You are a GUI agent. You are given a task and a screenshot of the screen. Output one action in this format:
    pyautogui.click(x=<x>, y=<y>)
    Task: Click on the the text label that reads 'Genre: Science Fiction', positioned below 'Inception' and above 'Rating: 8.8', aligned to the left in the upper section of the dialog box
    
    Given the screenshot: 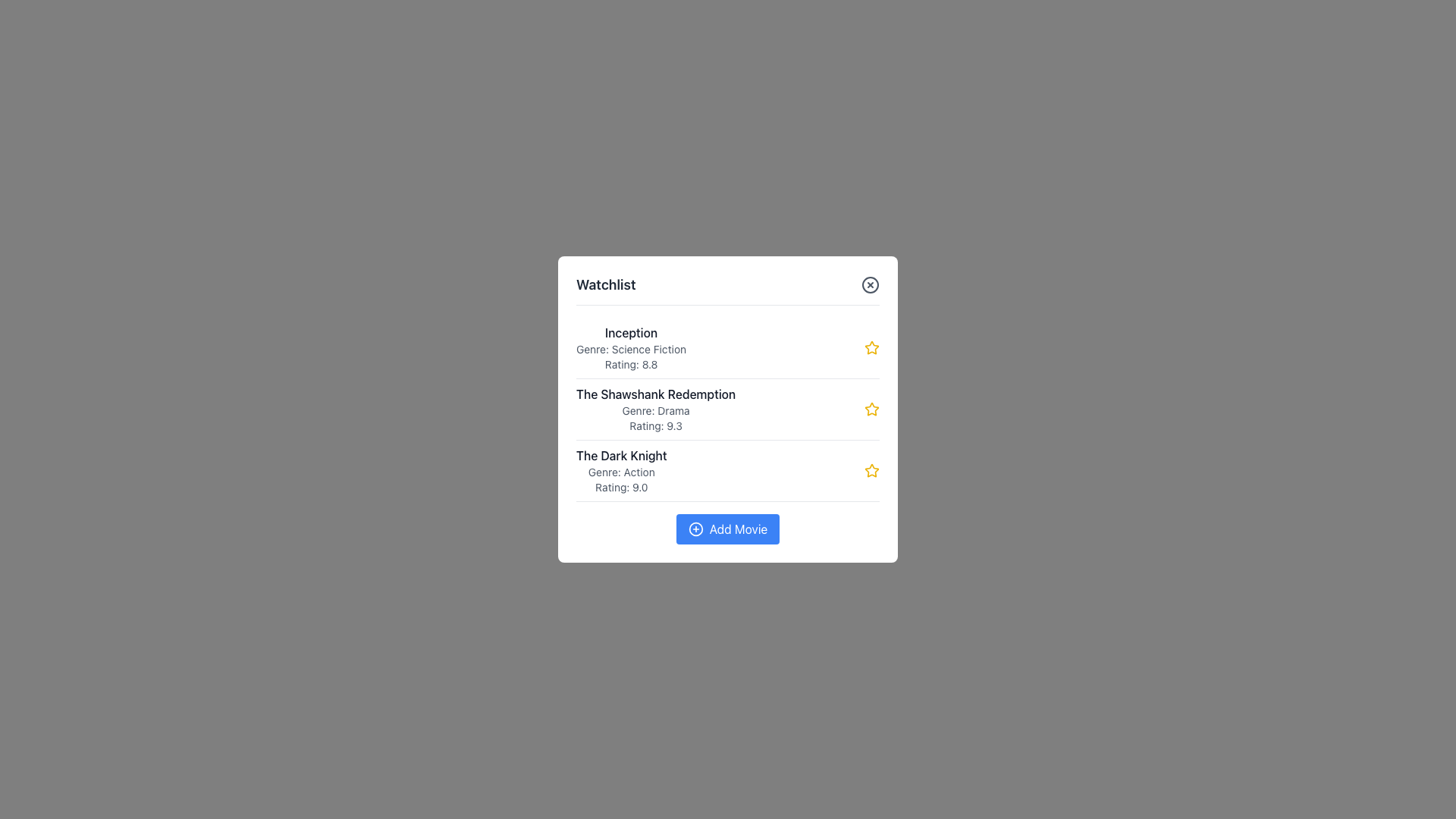 What is the action you would take?
    pyautogui.click(x=631, y=350)
    